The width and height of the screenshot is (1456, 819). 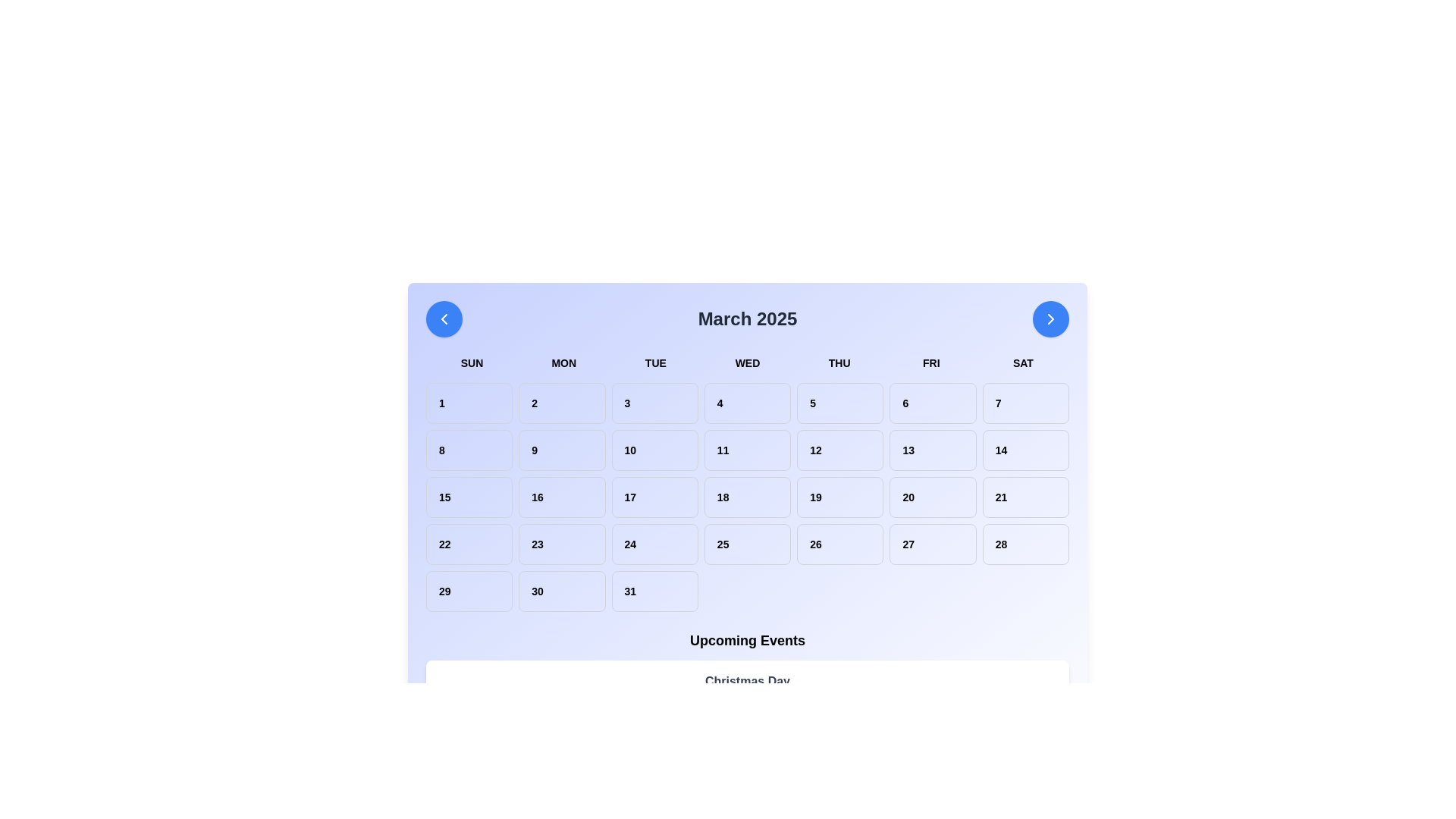 What do you see at coordinates (469, 497) in the screenshot?
I see `the interactive day selector button for the 15th of the month, located in the third cell of the third row under the 'MON' column of the calendar grid` at bounding box center [469, 497].